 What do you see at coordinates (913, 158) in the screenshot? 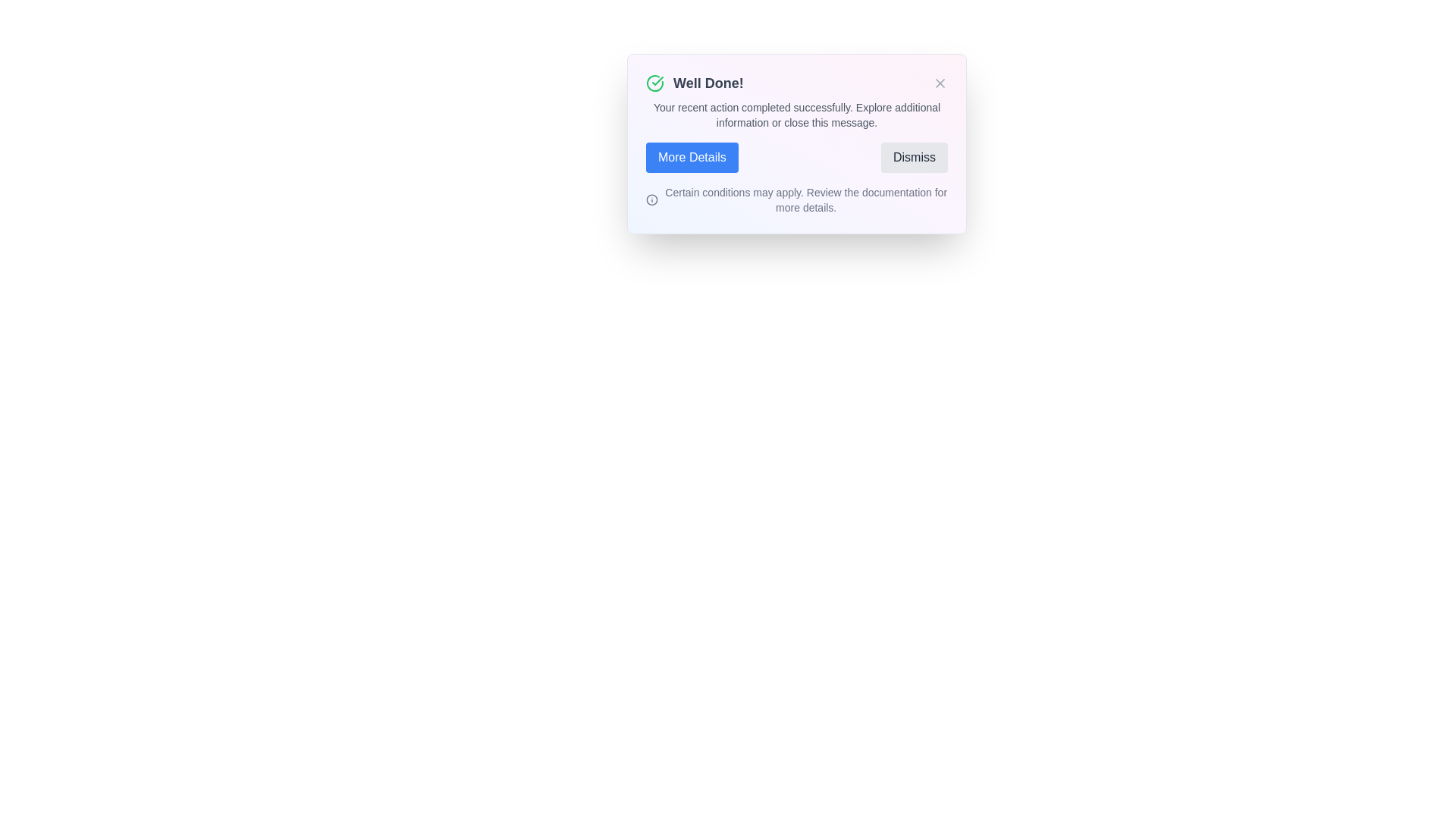
I see `the element with Dismiss` at bounding box center [913, 158].